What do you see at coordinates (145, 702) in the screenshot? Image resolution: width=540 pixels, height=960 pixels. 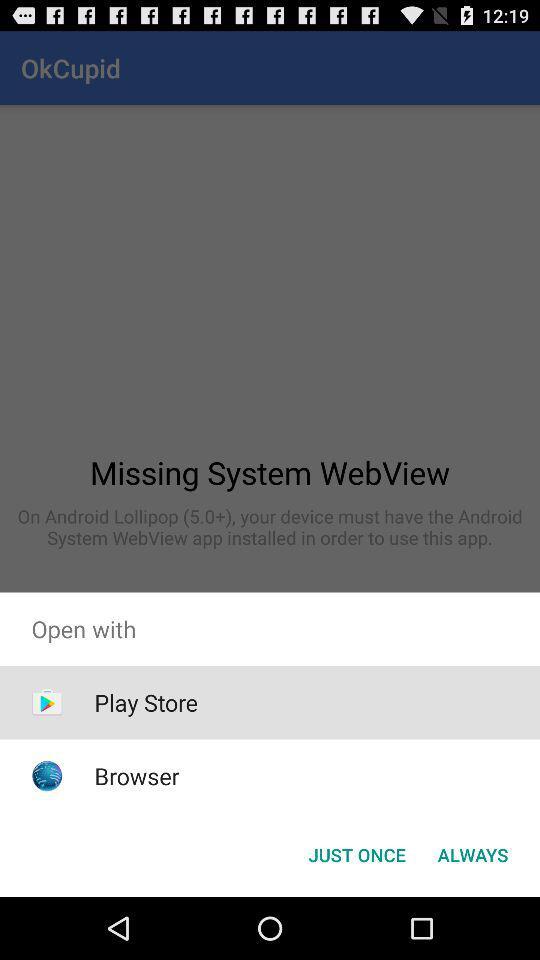 I see `the item below open with app` at bounding box center [145, 702].